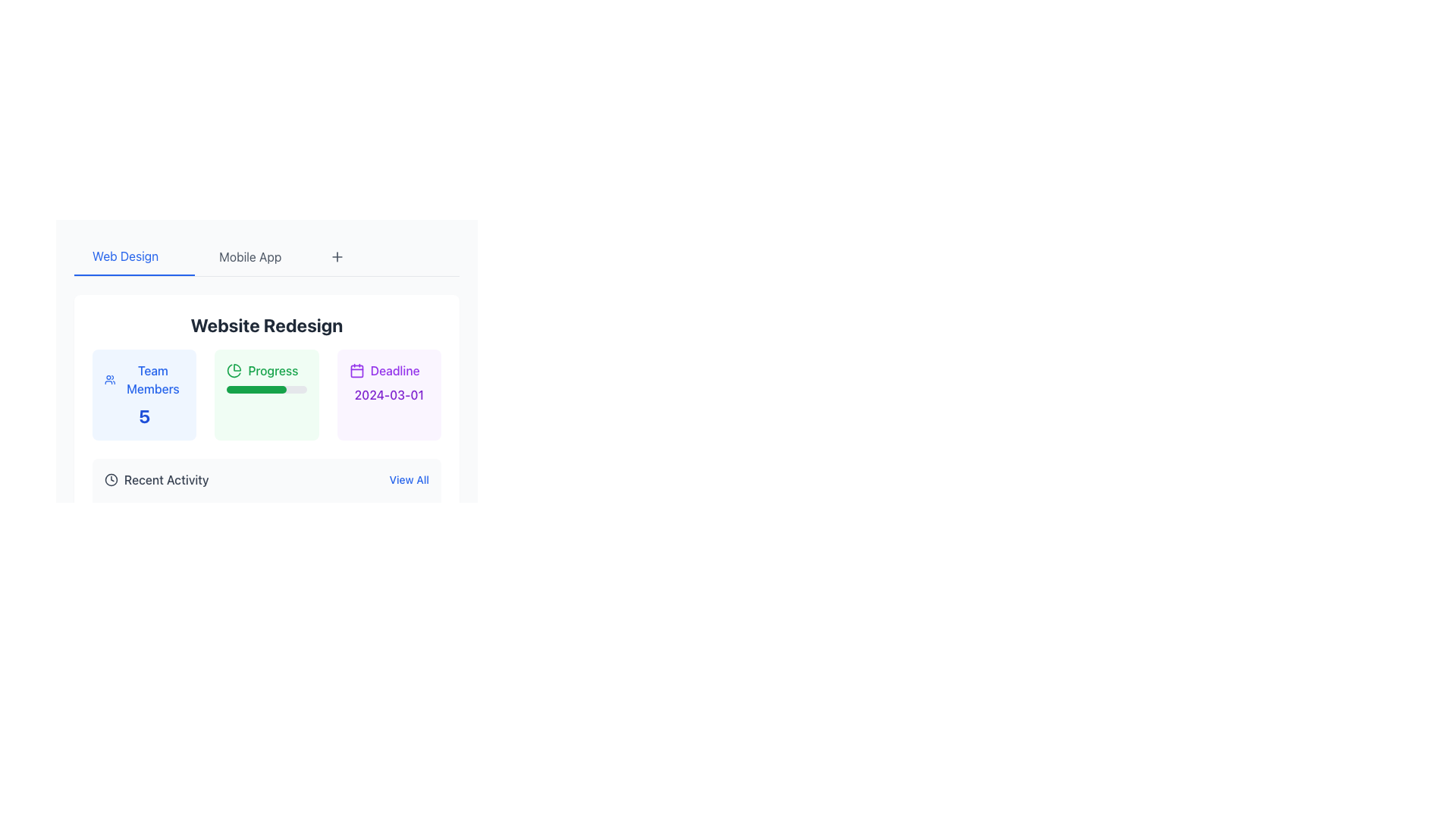 The height and width of the screenshot is (819, 1456). I want to click on the progress icon located at the leftmost side of the 'Progress' section in the 'Website Redesign' card for visual information, so click(234, 371).